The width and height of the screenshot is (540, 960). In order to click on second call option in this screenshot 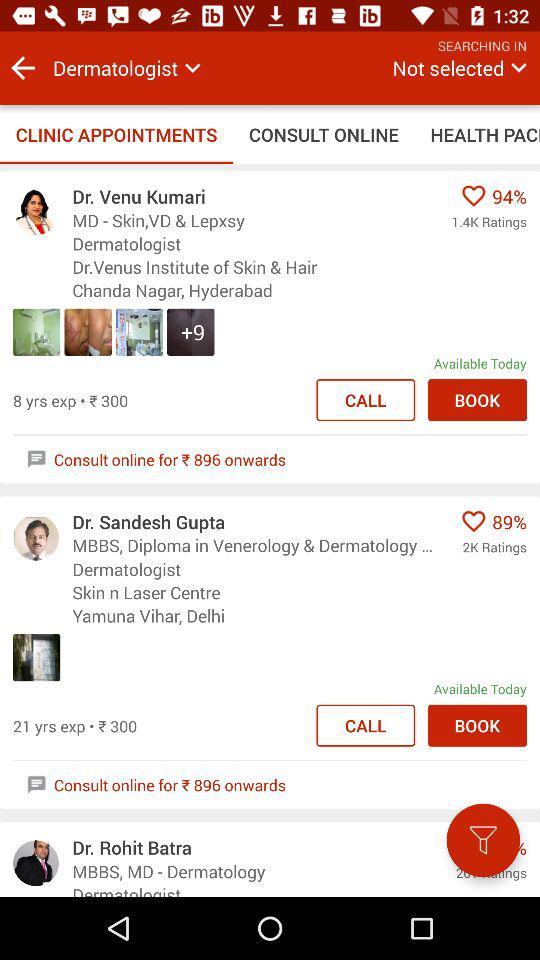, I will do `click(365, 724)`.